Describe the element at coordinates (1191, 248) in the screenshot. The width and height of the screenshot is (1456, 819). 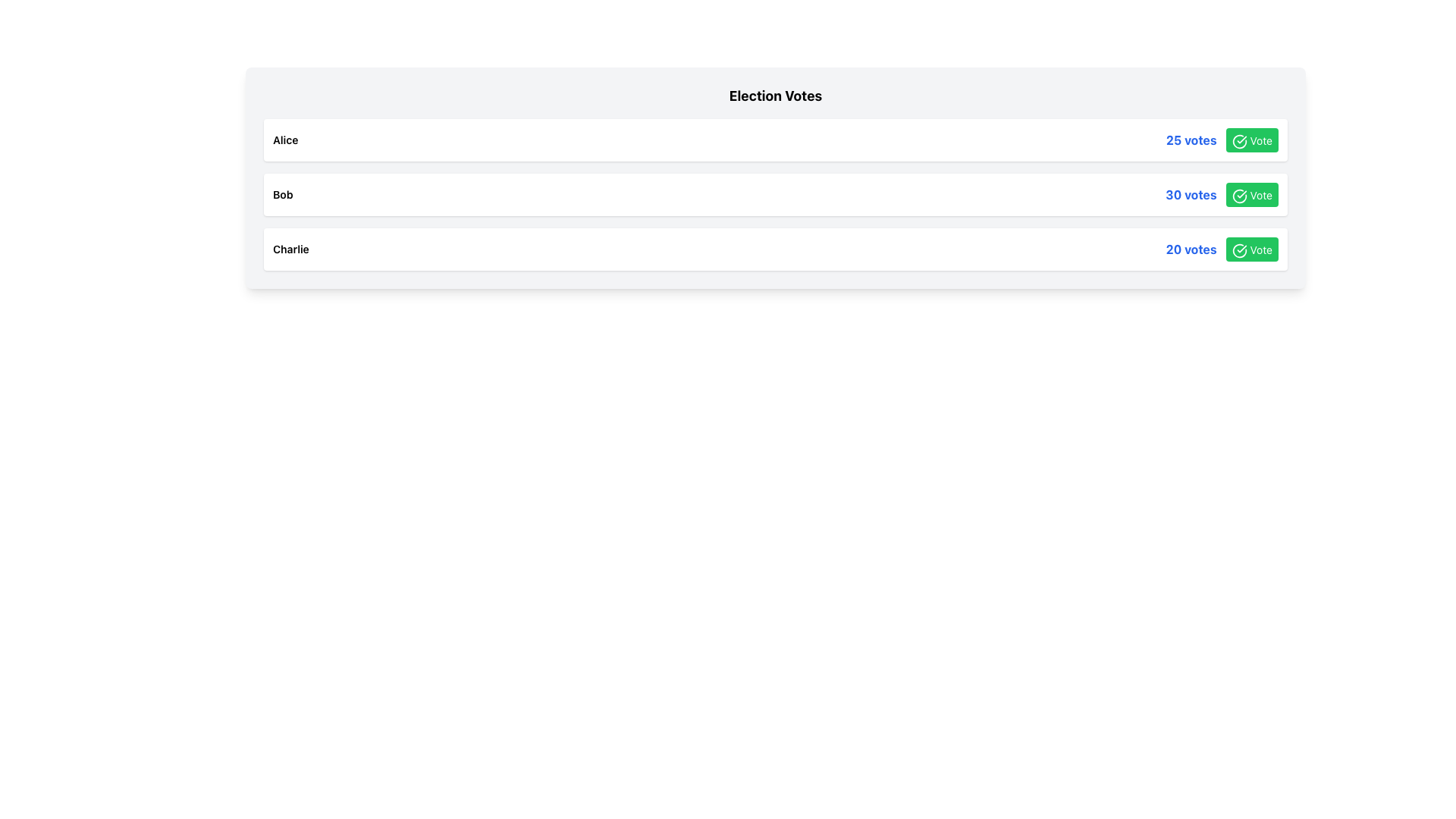
I see `the text label displaying the vote count for the third row's entity, which is positioned to the left of the 'Vote' button and adjacent to the vote check icon` at that location.